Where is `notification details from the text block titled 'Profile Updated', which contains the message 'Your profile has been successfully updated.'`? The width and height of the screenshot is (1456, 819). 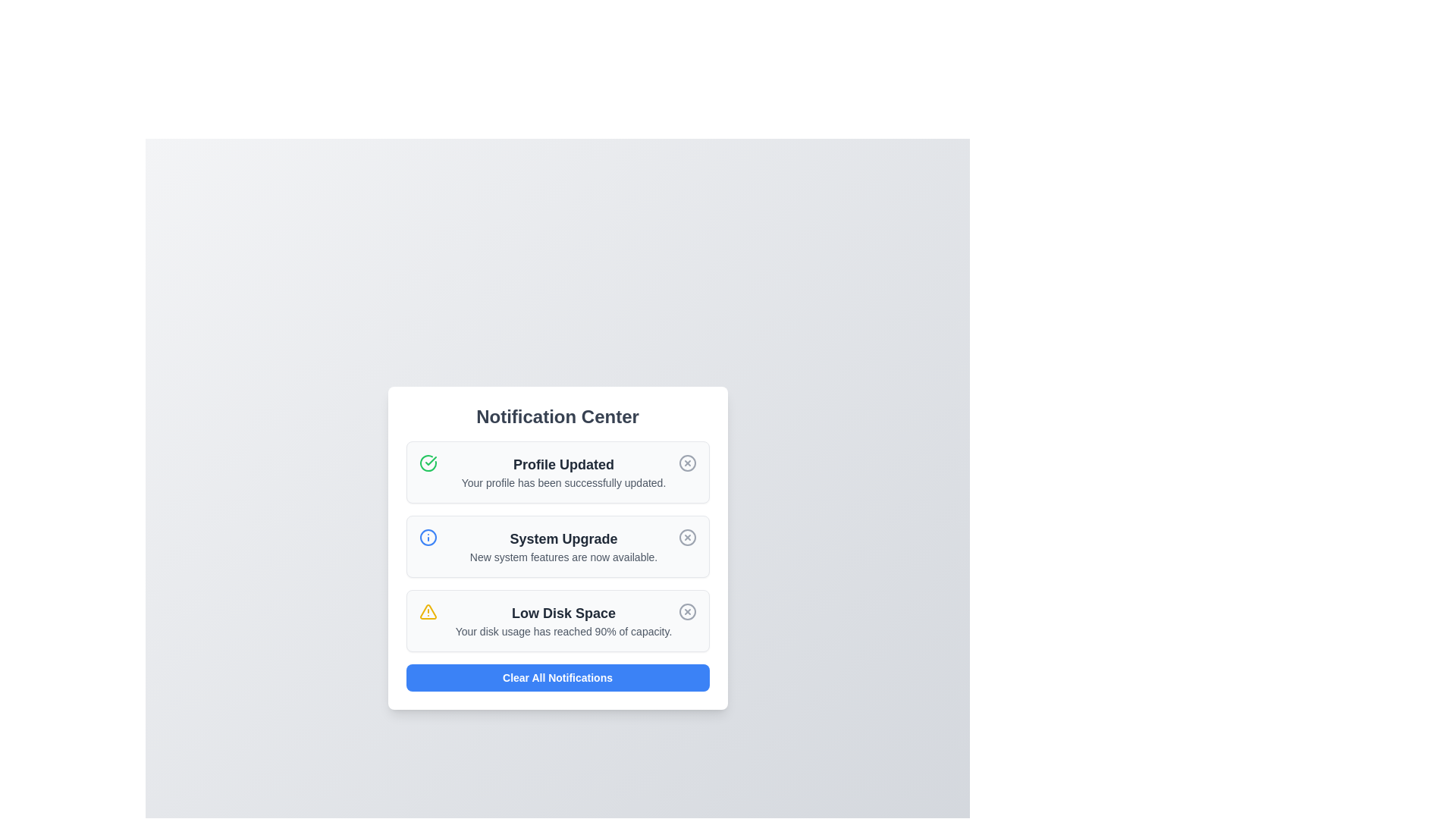
notification details from the text block titled 'Profile Updated', which contains the message 'Your profile has been successfully updated.' is located at coordinates (563, 472).